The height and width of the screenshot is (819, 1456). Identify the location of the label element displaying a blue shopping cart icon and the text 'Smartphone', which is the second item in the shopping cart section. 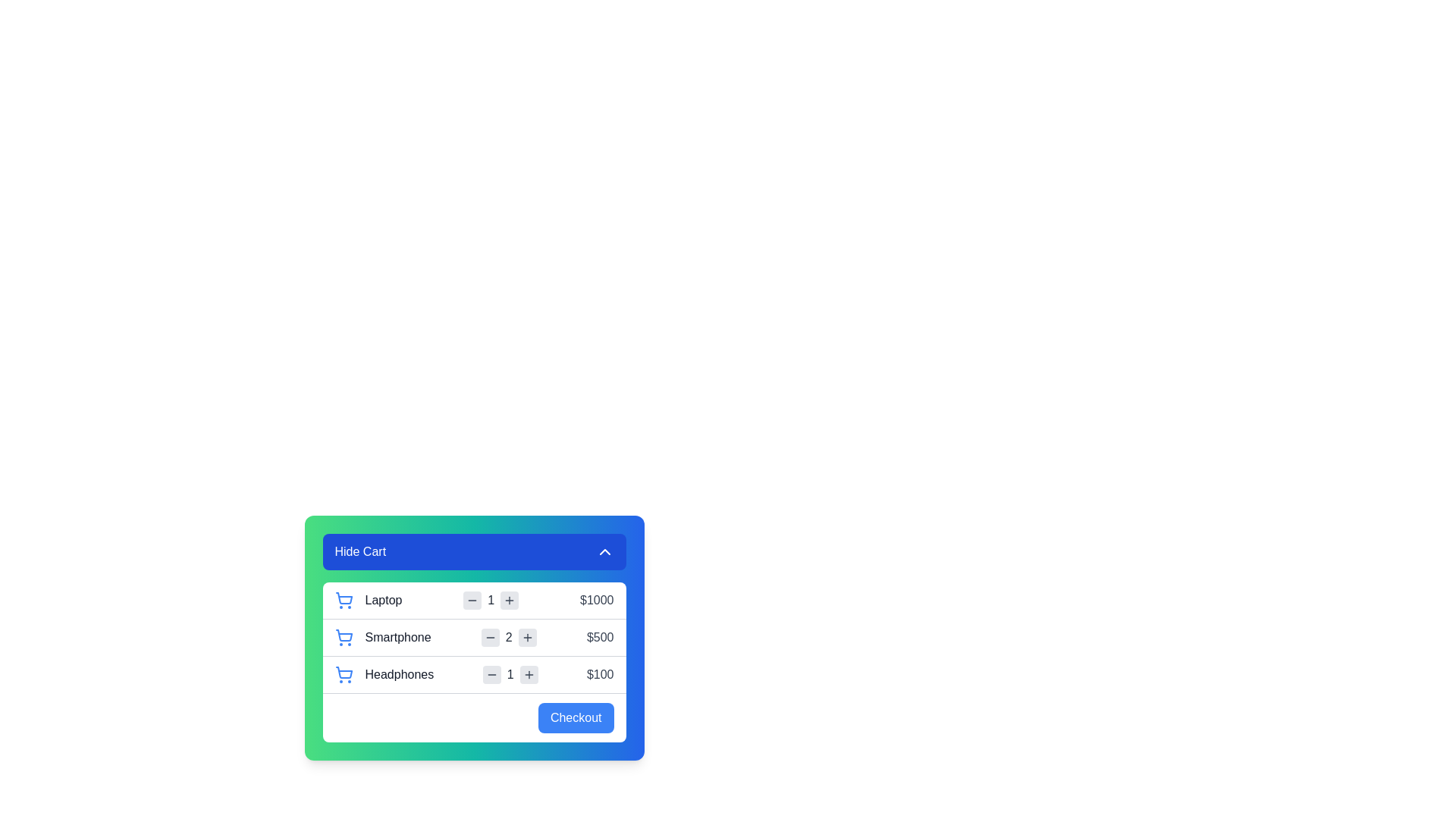
(383, 637).